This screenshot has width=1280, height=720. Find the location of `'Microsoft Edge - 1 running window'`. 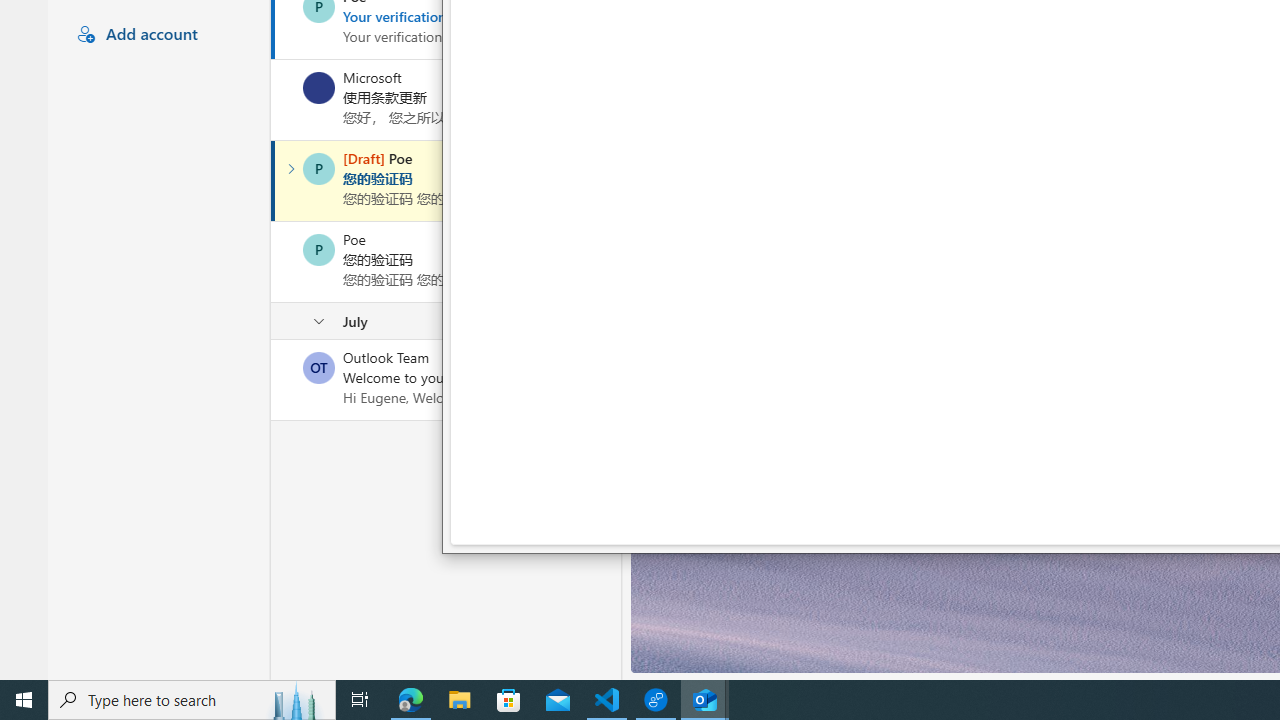

'Microsoft Edge - 1 running window' is located at coordinates (410, 698).